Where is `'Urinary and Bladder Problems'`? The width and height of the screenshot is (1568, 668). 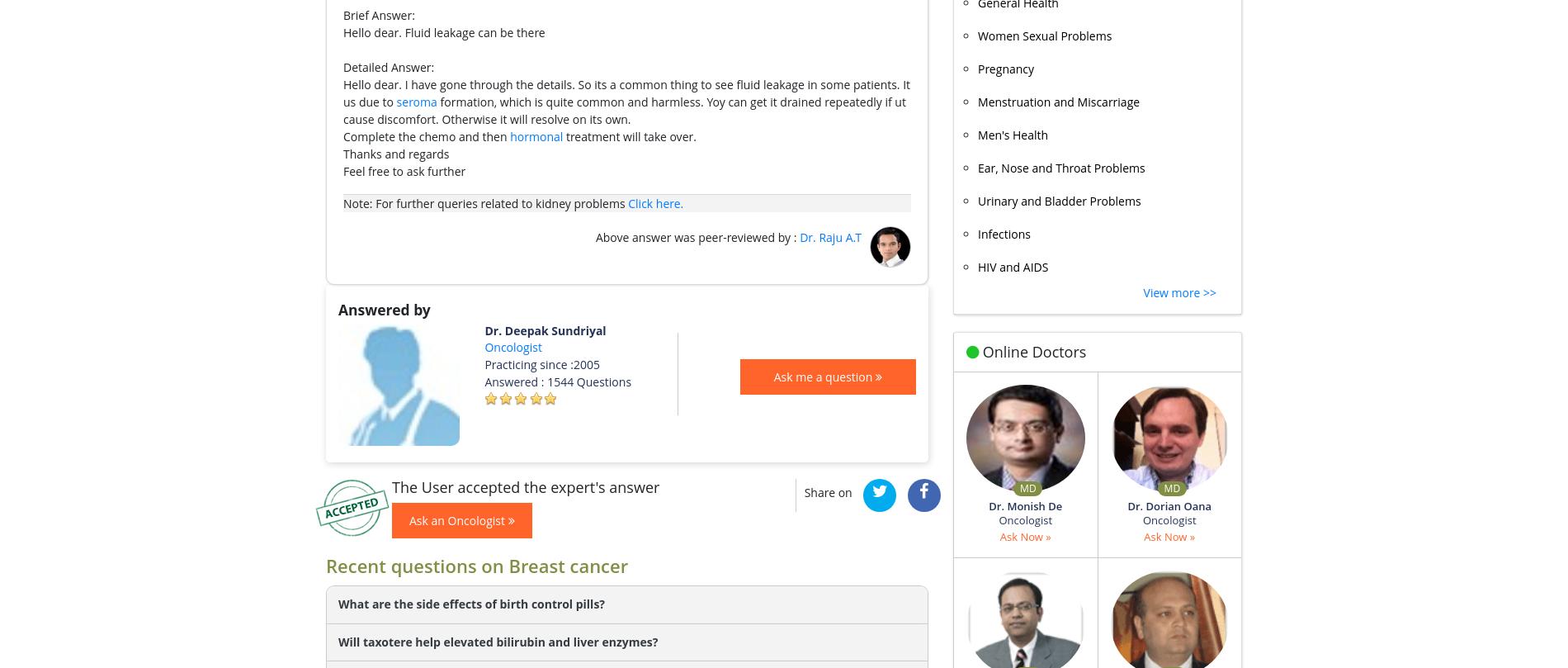 'Urinary and Bladder Problems' is located at coordinates (1058, 199).